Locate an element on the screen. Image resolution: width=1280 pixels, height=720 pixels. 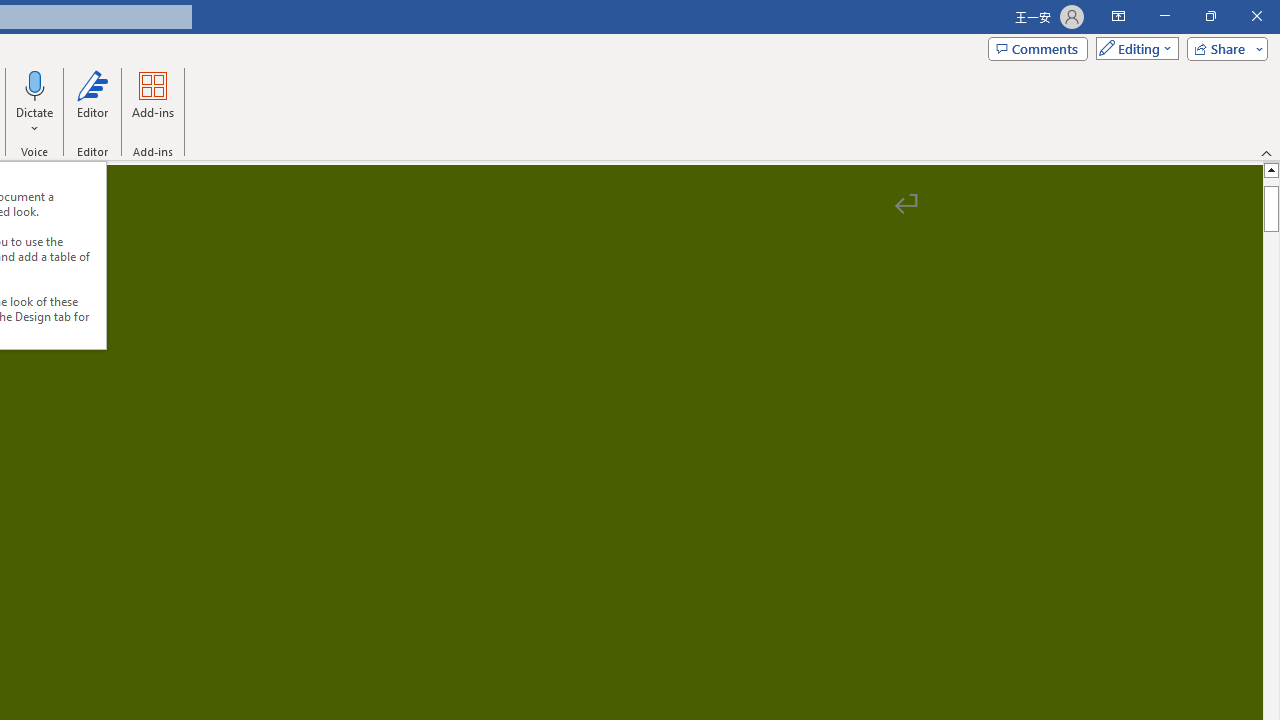
'Ribbon Display Options' is located at coordinates (1117, 16).